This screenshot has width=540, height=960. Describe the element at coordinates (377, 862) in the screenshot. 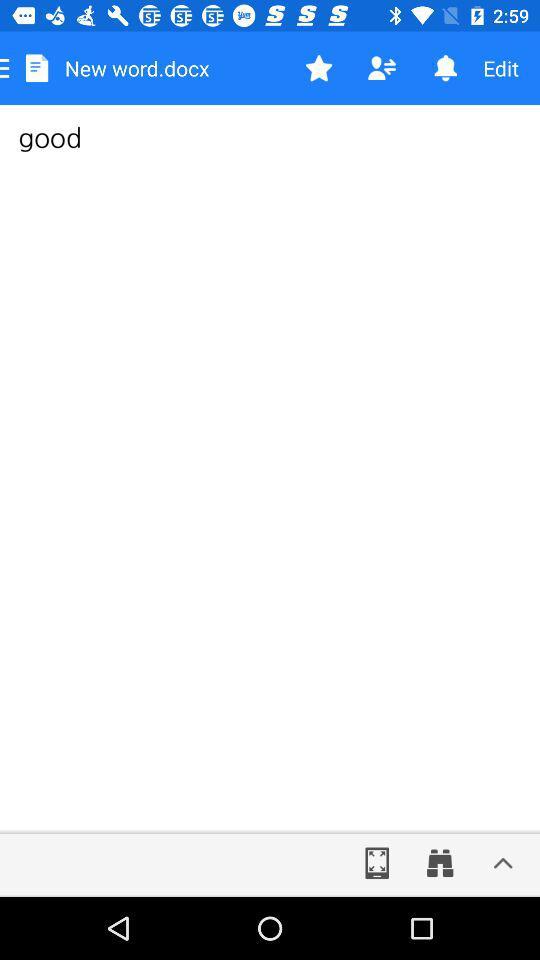

I see `full screen` at that location.